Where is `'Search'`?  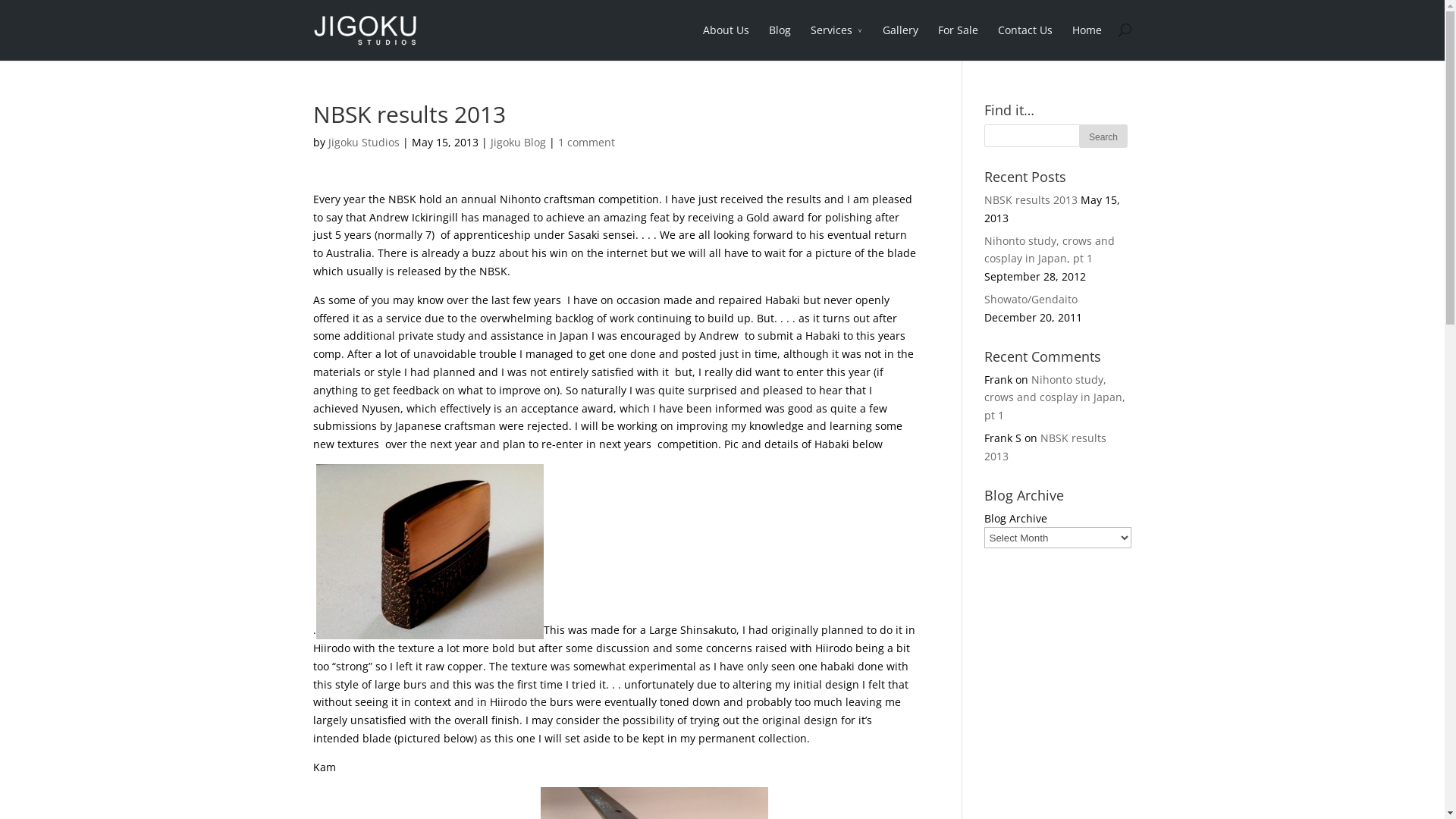 'Search' is located at coordinates (1103, 135).